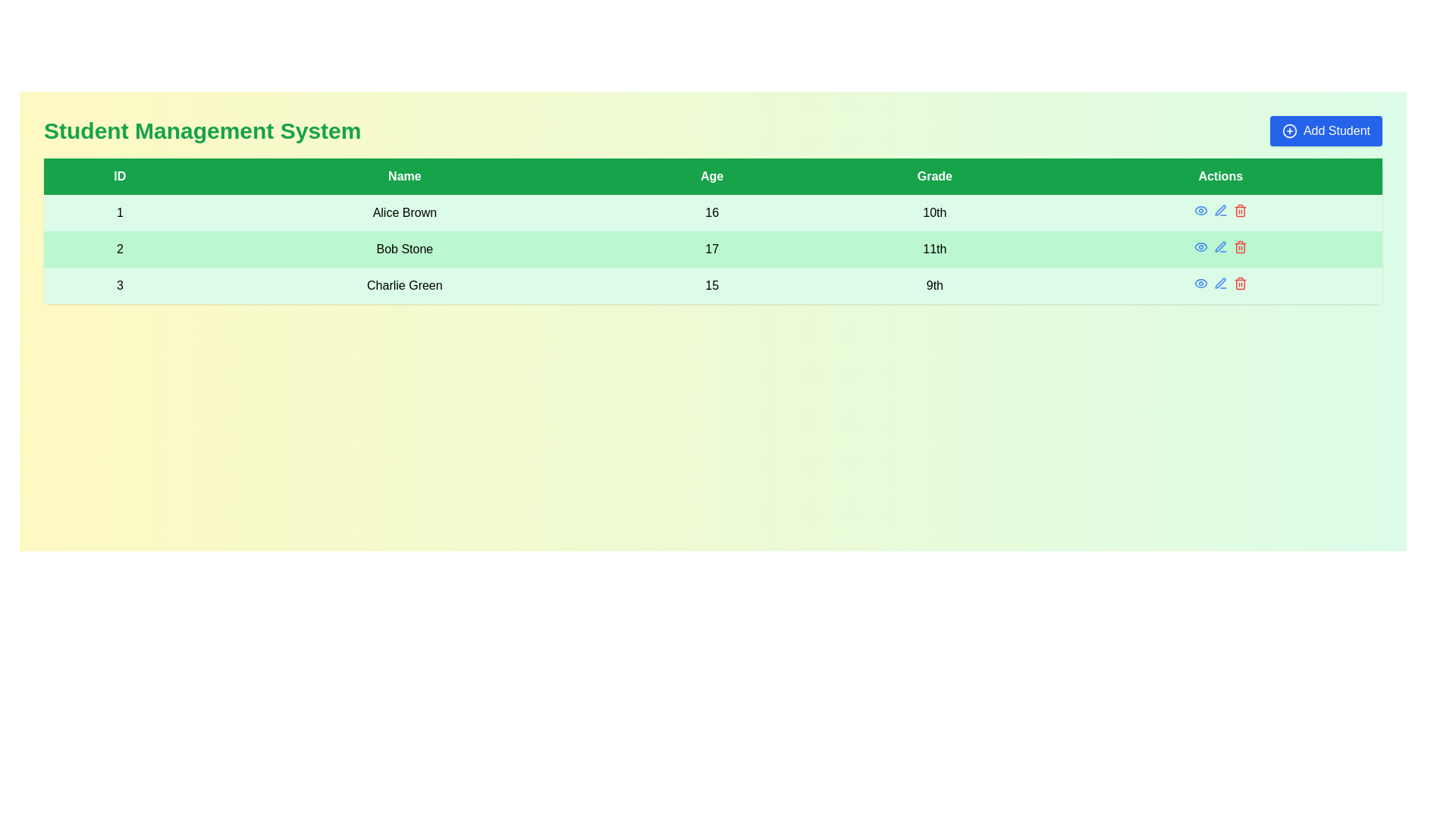 This screenshot has width=1456, height=819. Describe the element at coordinates (1220, 246) in the screenshot. I see `the blue pen icon in the 'Actions' column for 'Bob Stone' to initiate edit mode` at that location.